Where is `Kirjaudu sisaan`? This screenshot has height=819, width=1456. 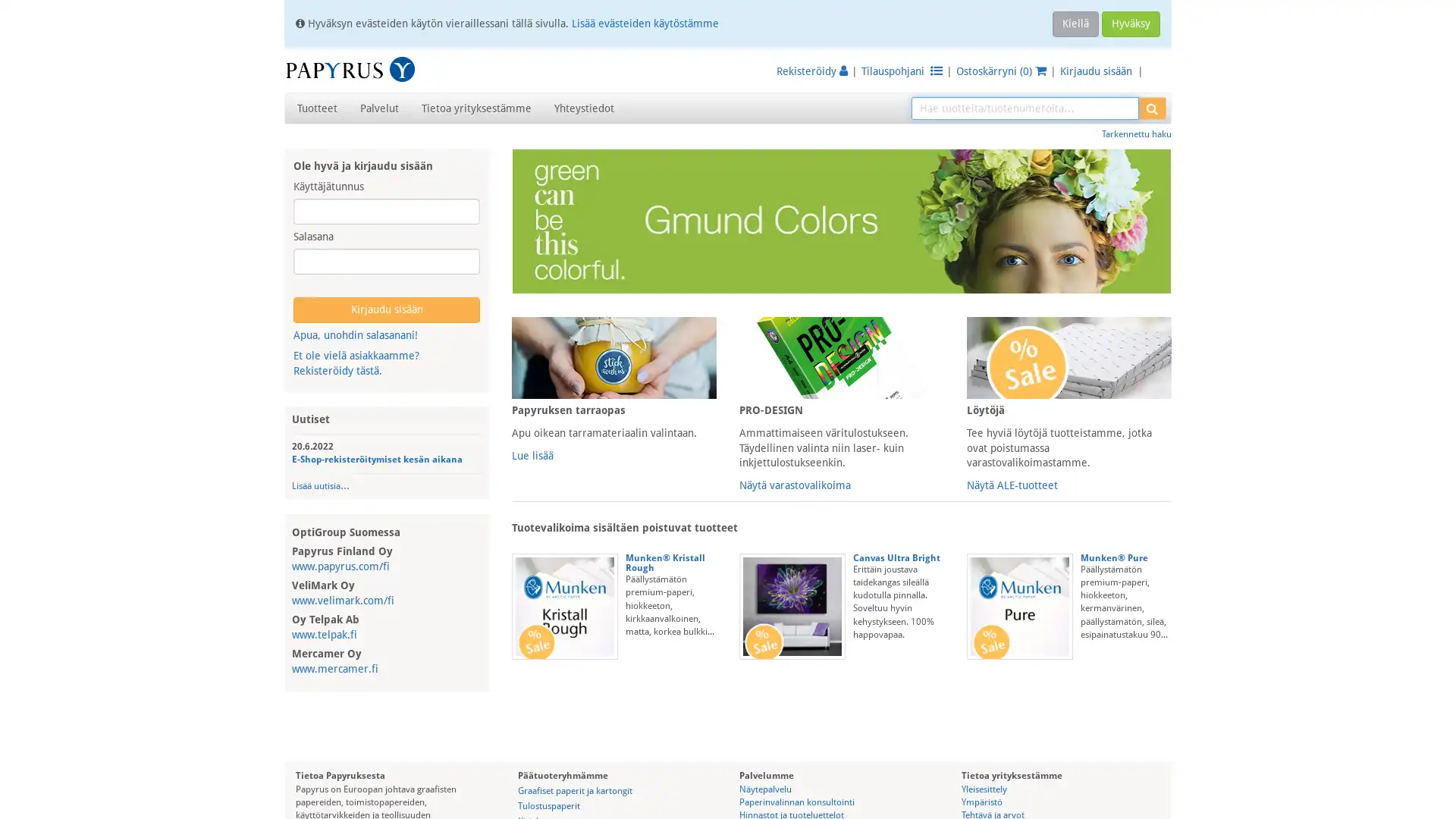 Kirjaudu sisaan is located at coordinates (386, 309).